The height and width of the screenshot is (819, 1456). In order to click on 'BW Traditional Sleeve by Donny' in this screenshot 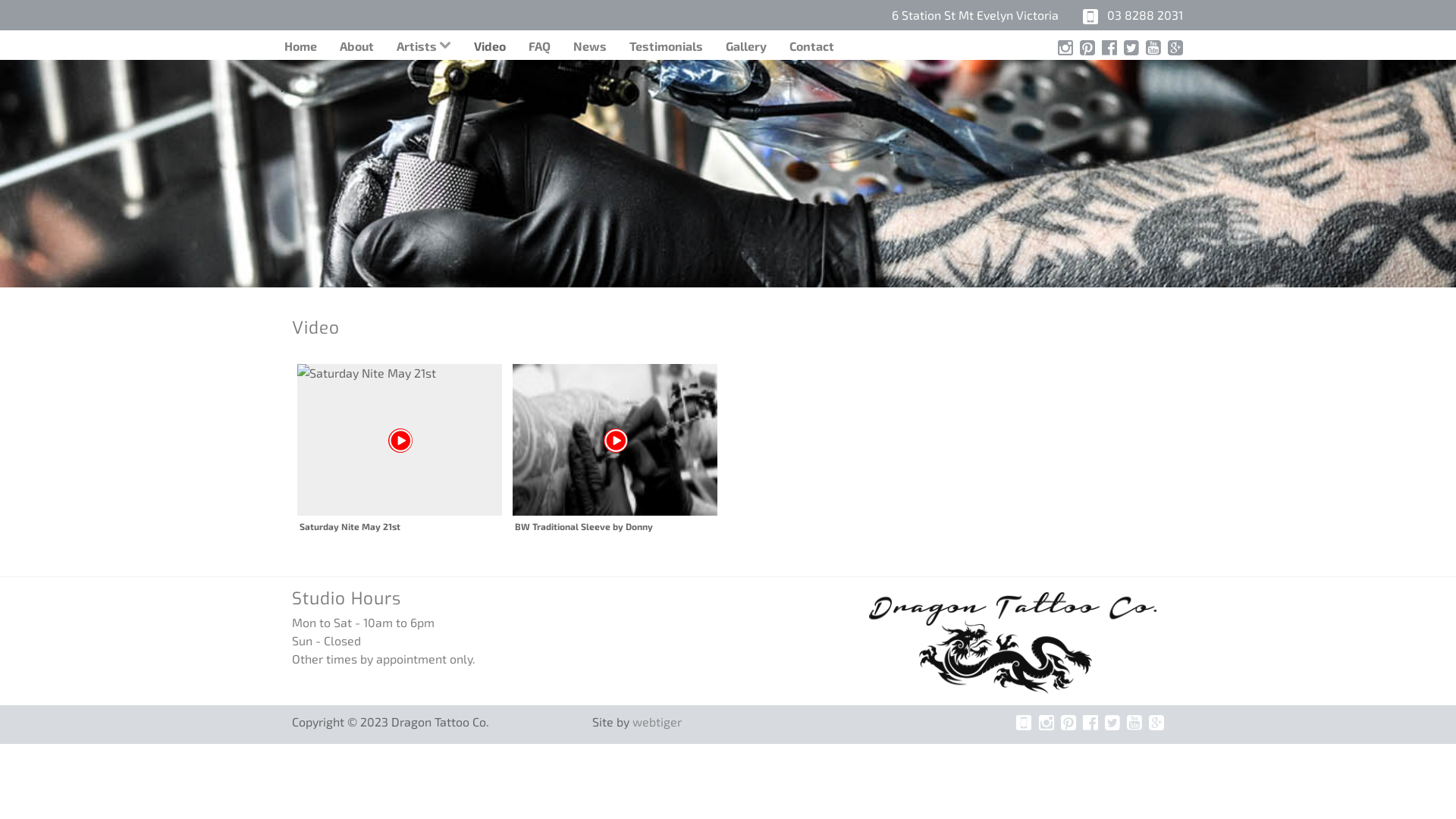, I will do `click(615, 447)`.